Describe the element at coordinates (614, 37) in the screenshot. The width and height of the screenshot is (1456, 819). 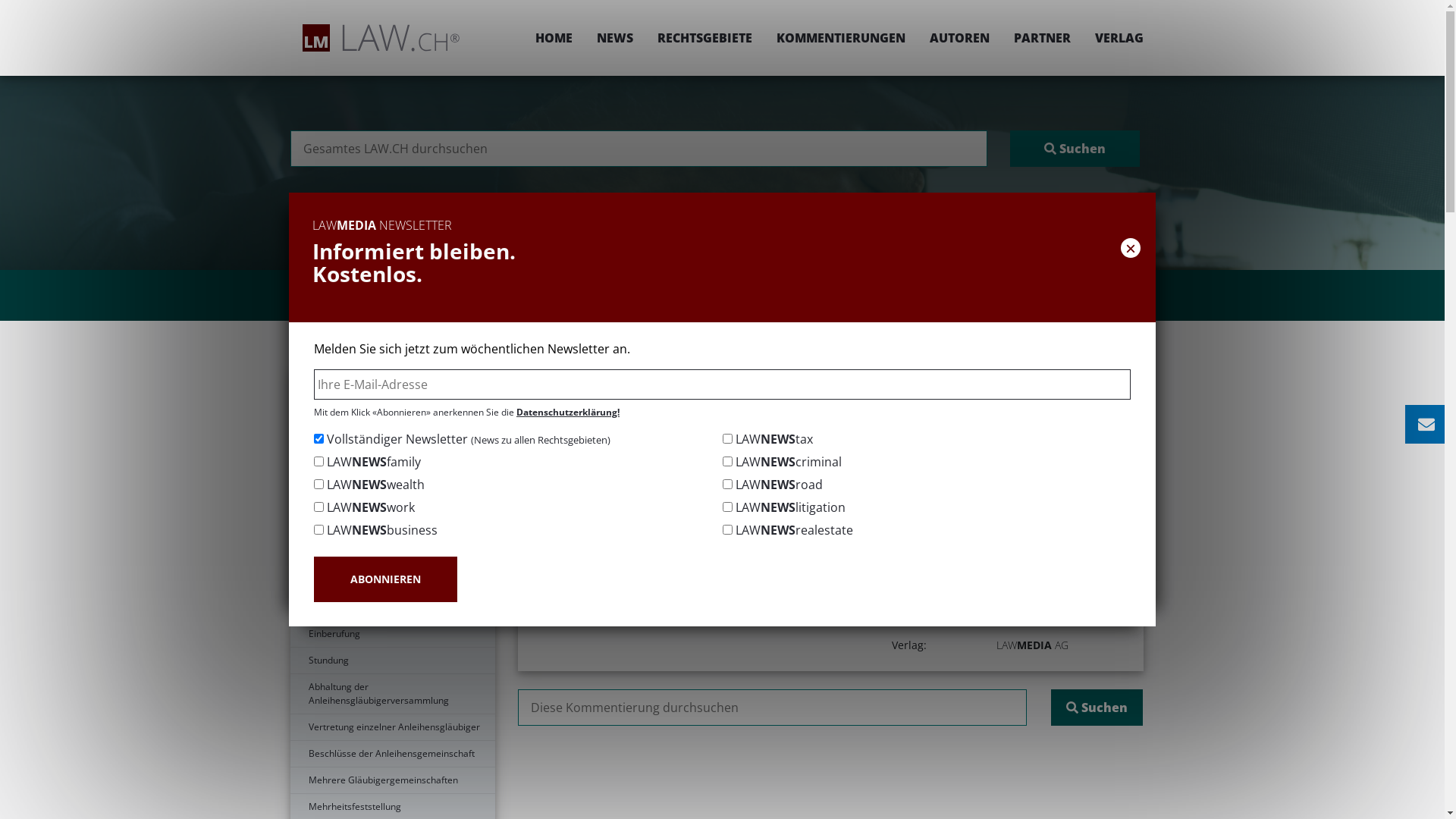
I see `'NEWS'` at that location.